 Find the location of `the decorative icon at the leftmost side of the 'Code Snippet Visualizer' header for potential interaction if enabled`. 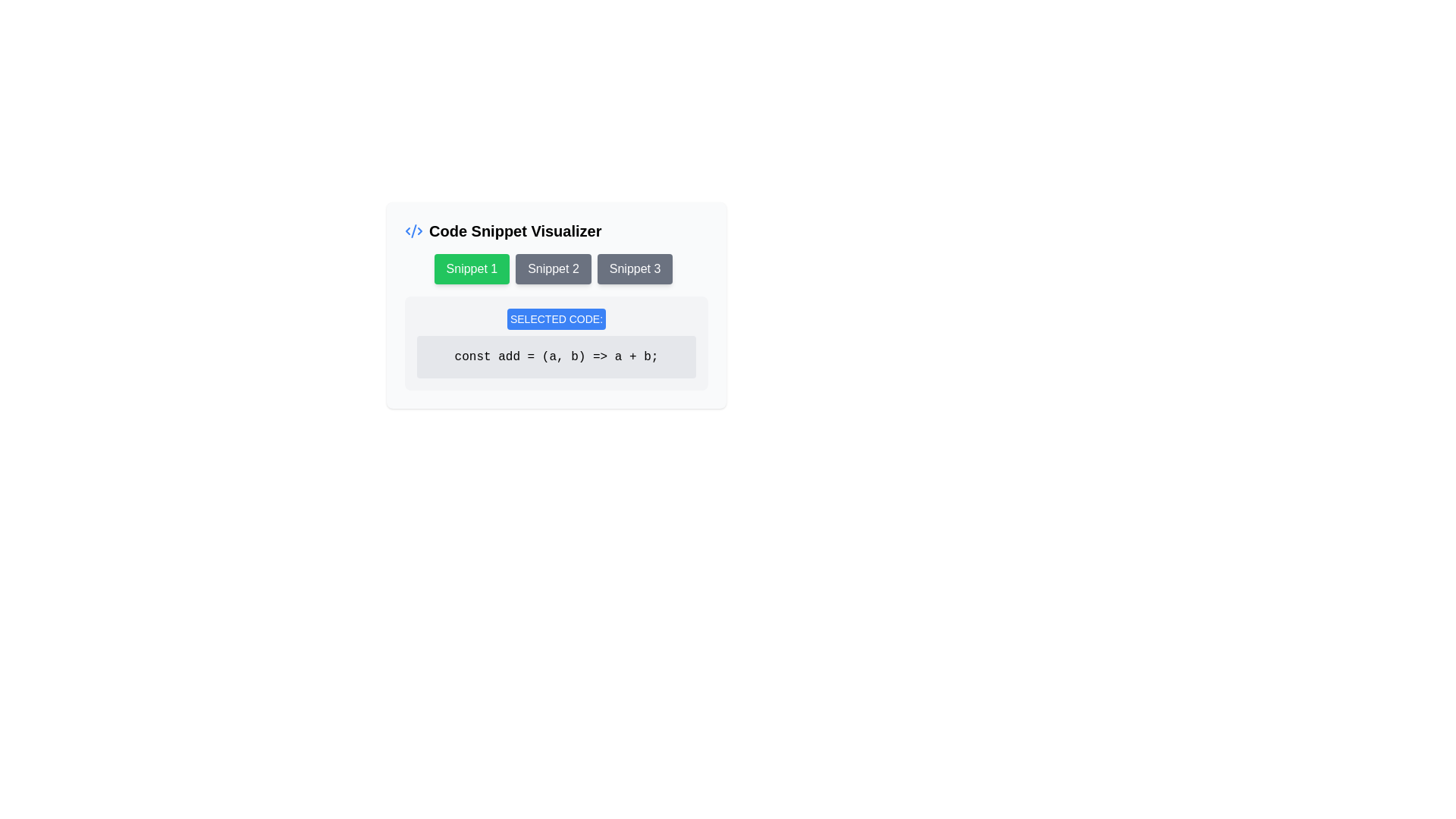

the decorative icon at the leftmost side of the 'Code Snippet Visualizer' header for potential interaction if enabled is located at coordinates (414, 231).